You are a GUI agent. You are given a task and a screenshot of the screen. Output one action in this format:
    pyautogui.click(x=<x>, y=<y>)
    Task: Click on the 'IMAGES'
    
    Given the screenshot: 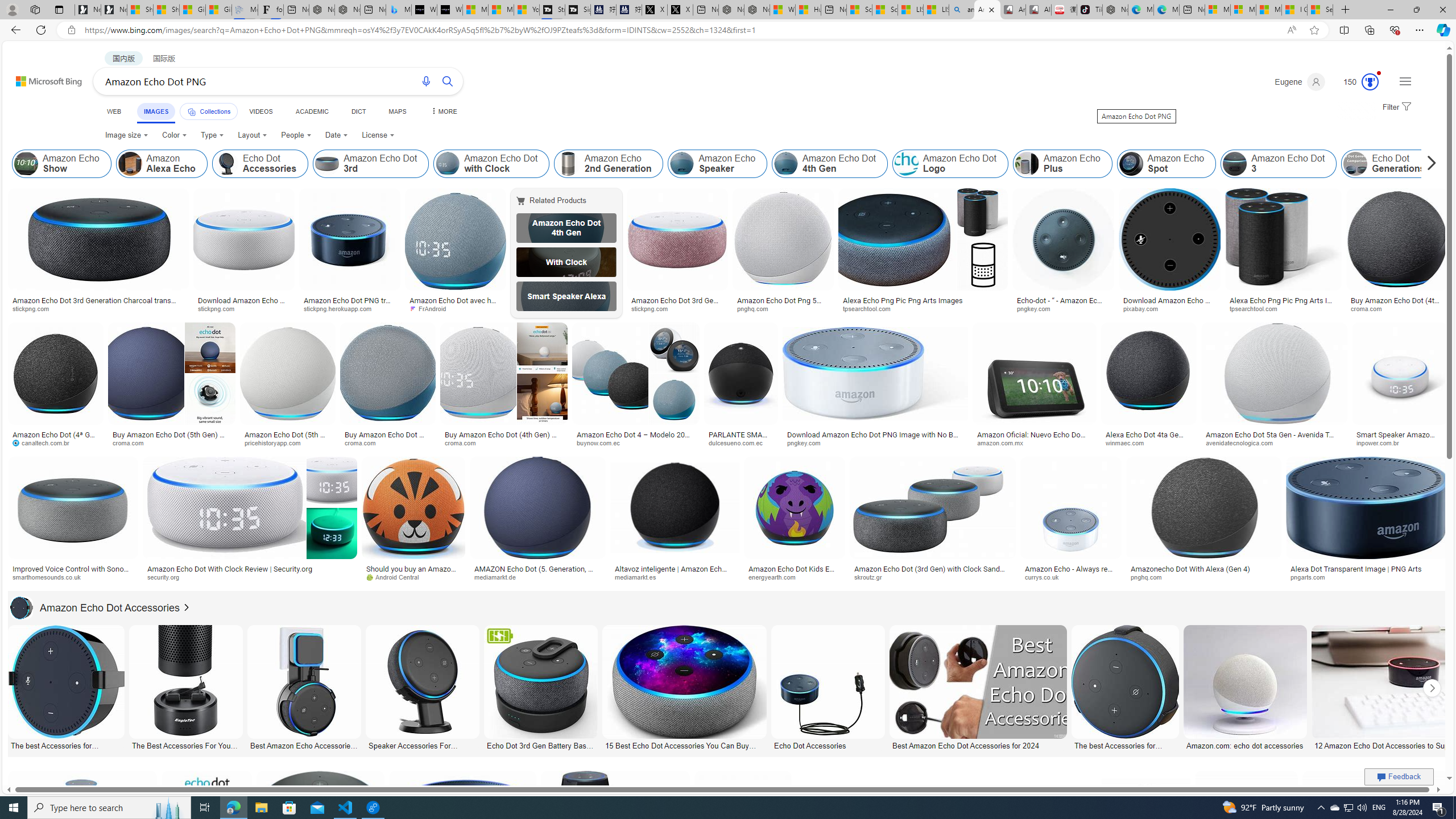 What is the action you would take?
    pyautogui.click(x=156, y=113)
    